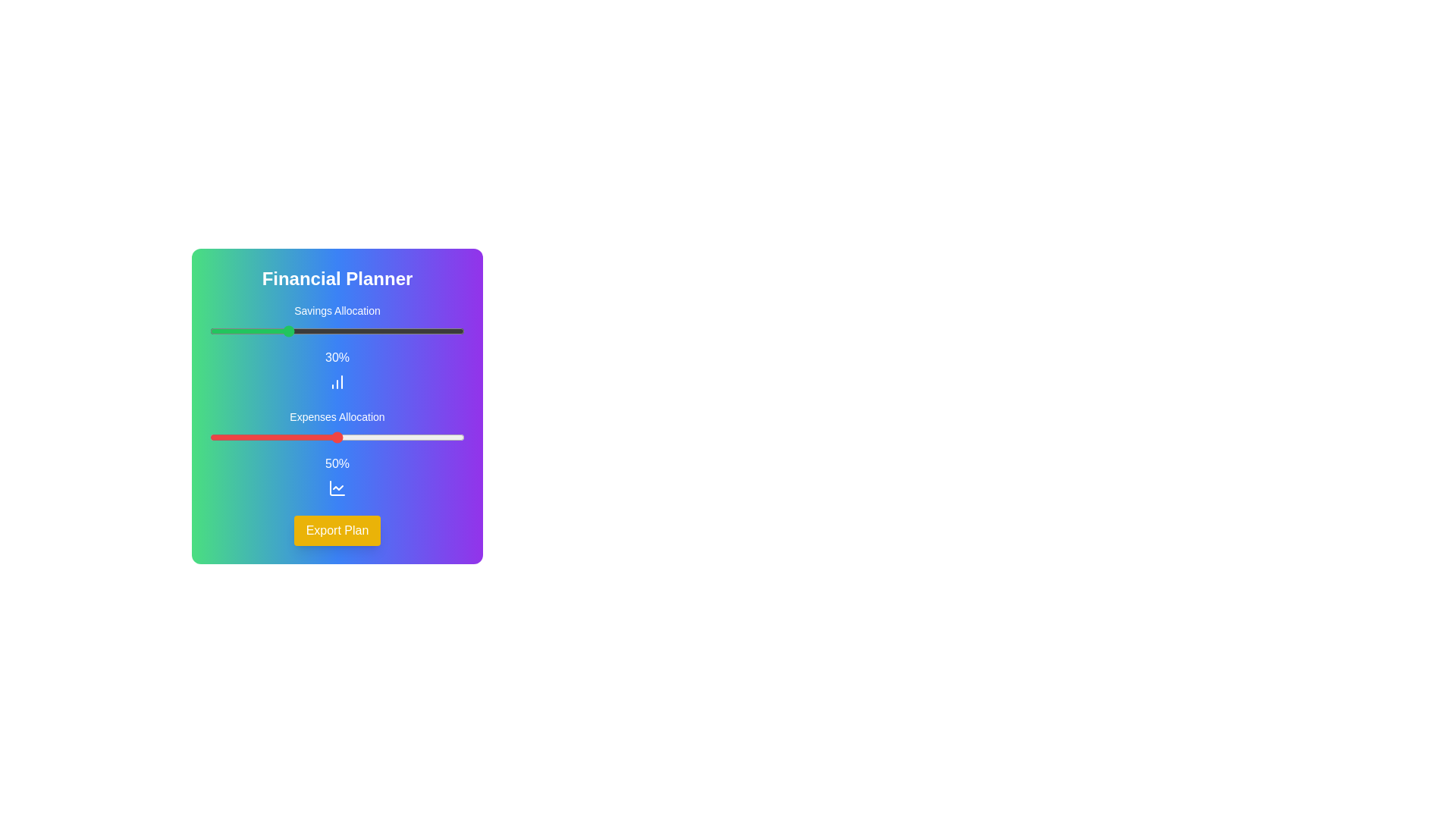 This screenshot has height=819, width=1456. I want to click on the expenses allocation slider, so click(299, 438).